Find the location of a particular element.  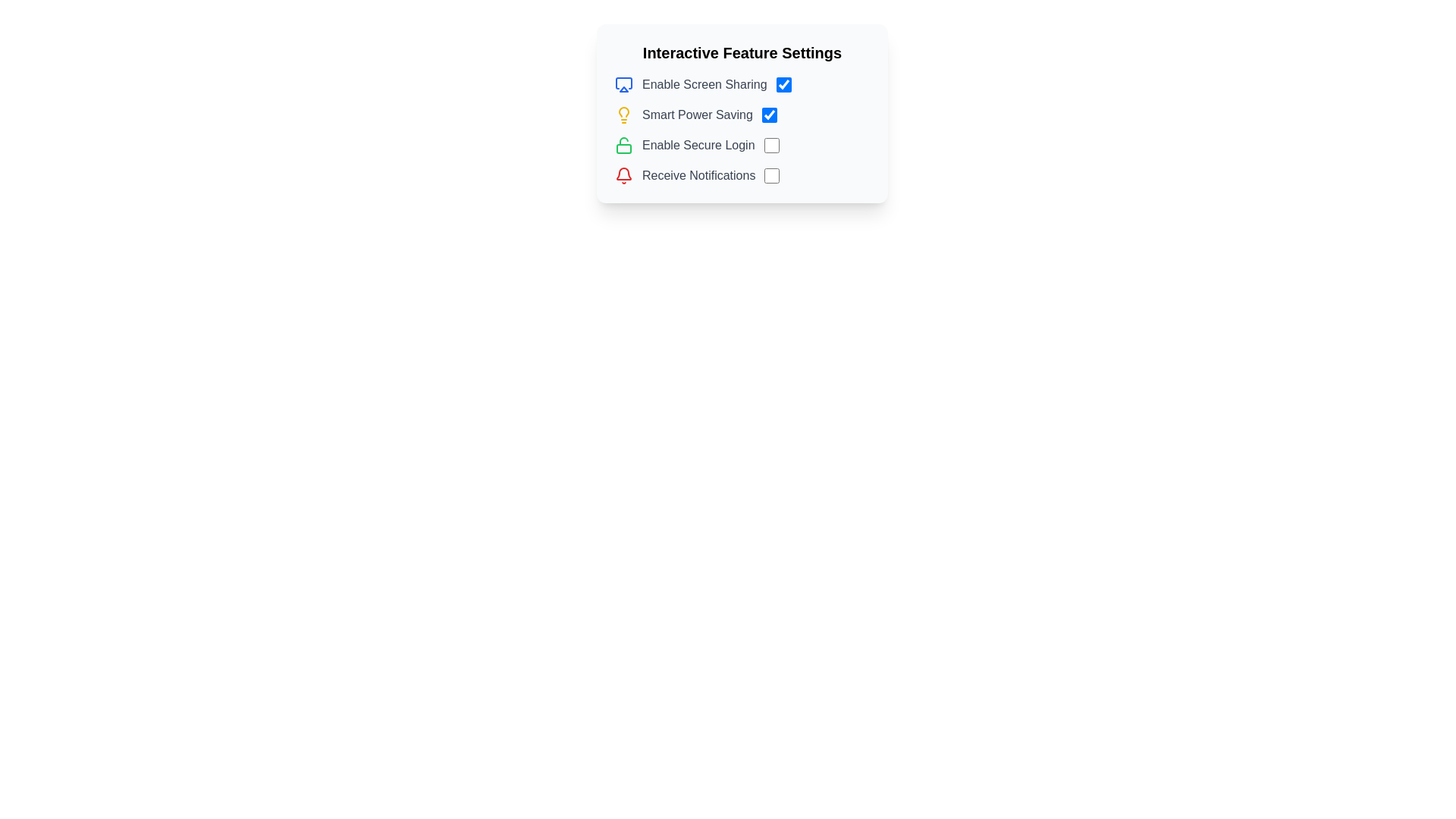

the Checkbox for the secure login feature is located at coordinates (742, 146).